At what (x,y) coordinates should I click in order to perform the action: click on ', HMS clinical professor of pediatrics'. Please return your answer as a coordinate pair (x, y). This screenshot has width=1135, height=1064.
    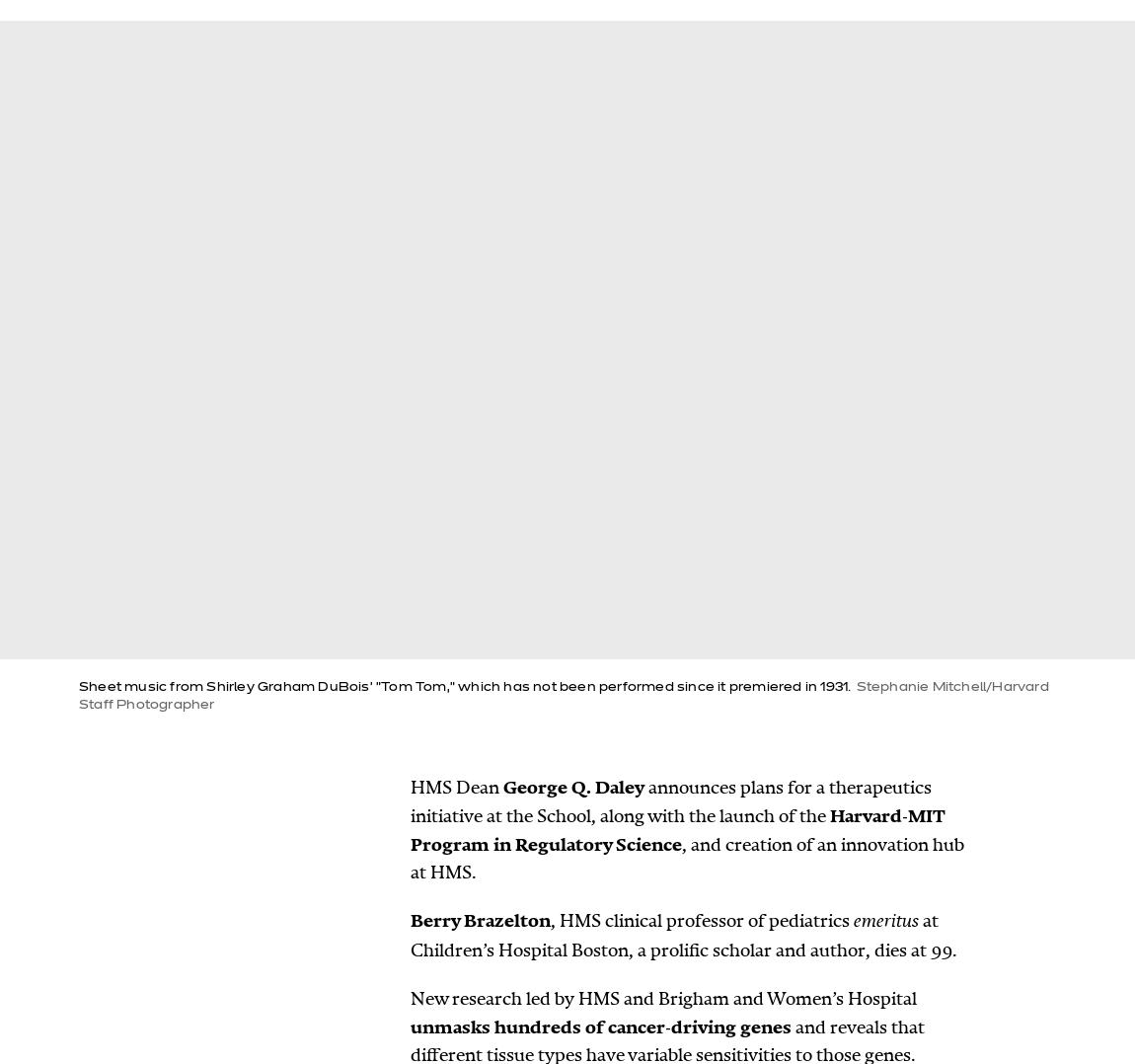
    Looking at the image, I should click on (701, 920).